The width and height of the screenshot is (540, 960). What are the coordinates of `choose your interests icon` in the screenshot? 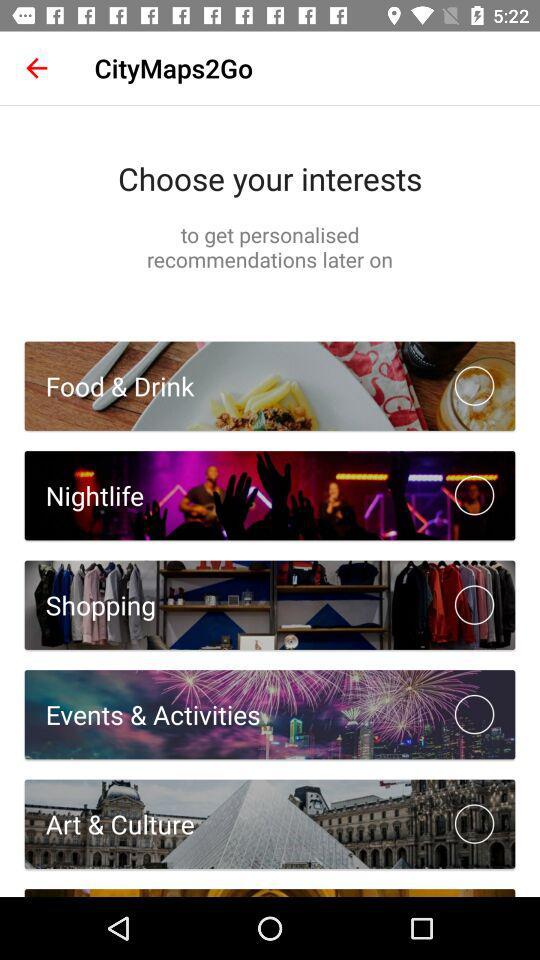 It's located at (270, 177).